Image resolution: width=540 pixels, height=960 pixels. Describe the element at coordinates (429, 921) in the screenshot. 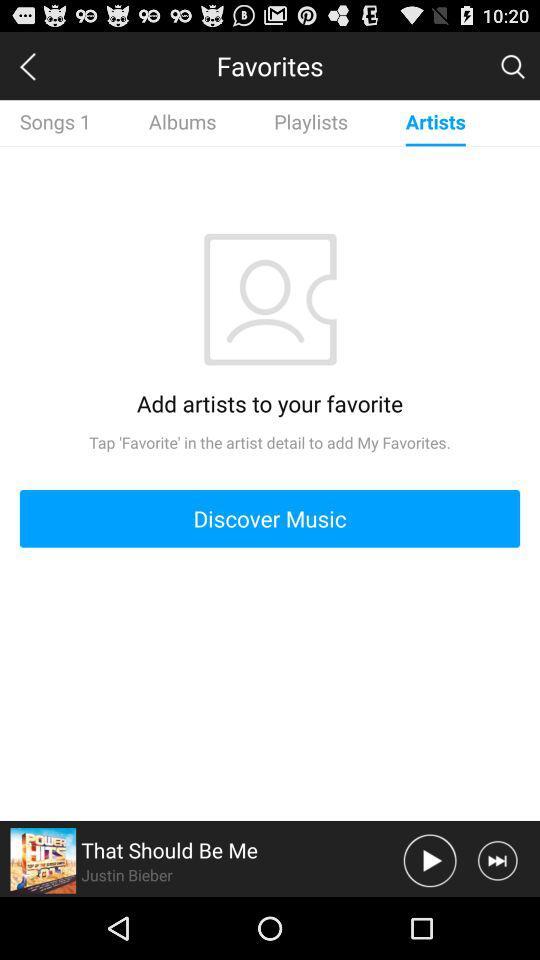

I see `the play icon` at that location.